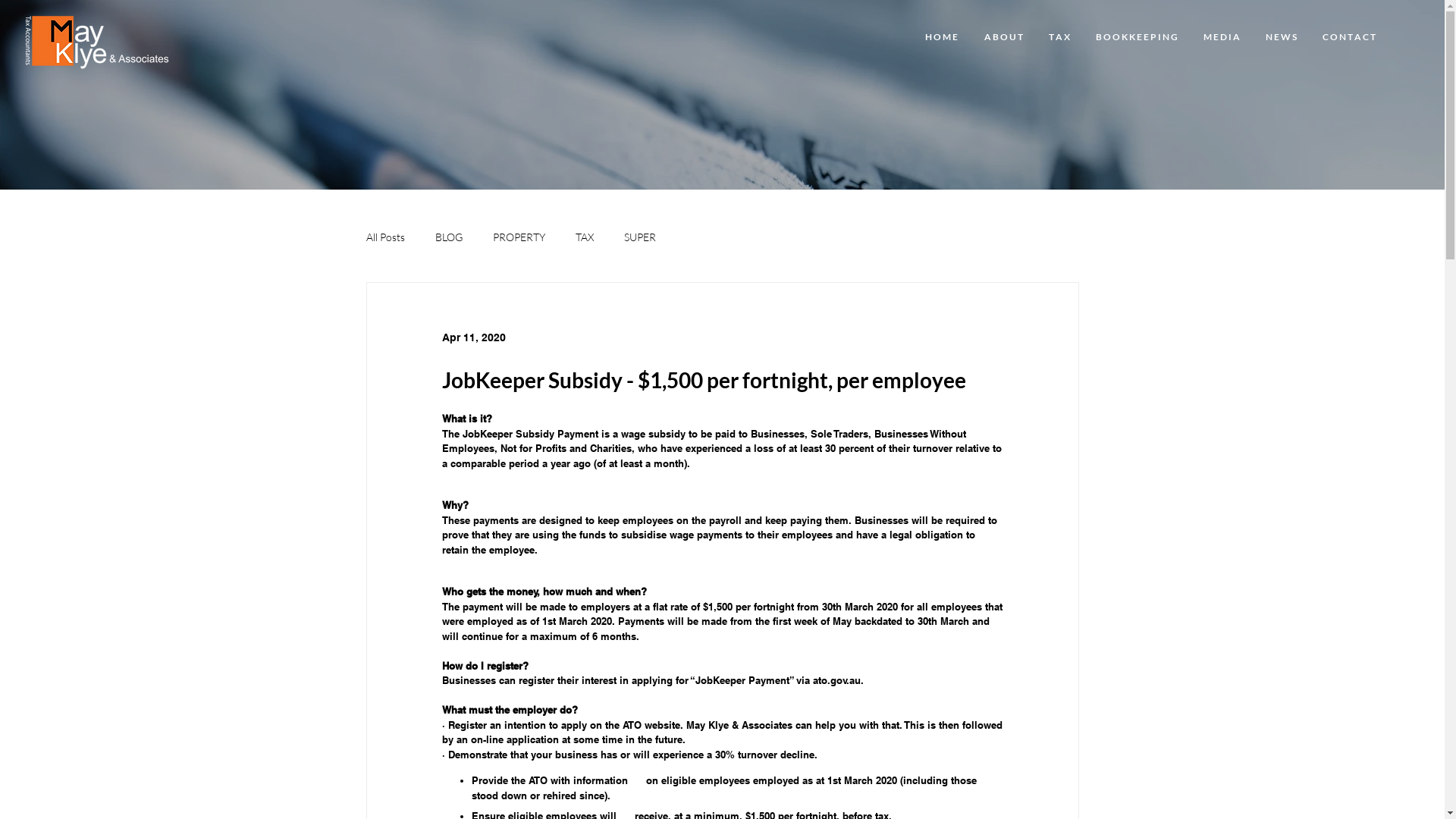 This screenshot has height=819, width=1456. Describe the element at coordinates (910, 36) in the screenshot. I see `'H O M E'` at that location.